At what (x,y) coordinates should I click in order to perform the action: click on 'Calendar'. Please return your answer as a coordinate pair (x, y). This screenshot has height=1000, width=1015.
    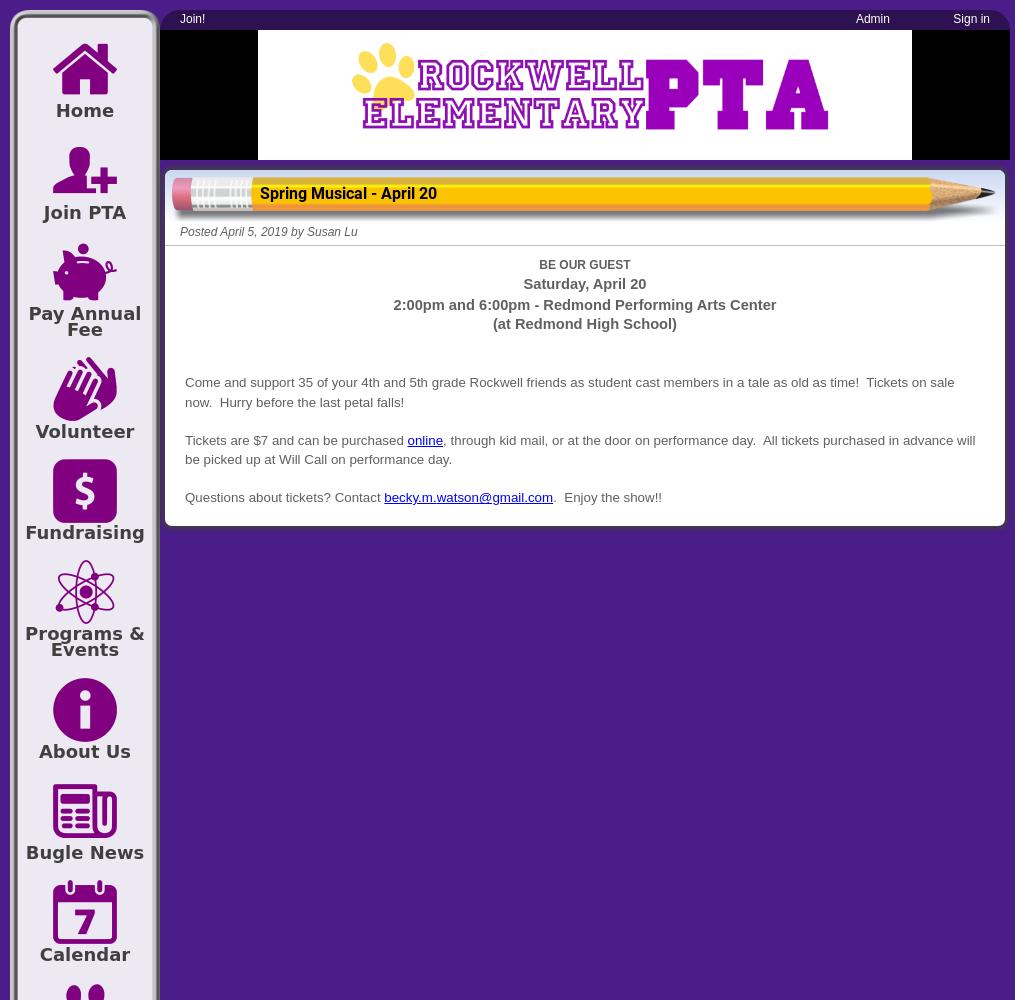
    Looking at the image, I should click on (84, 952).